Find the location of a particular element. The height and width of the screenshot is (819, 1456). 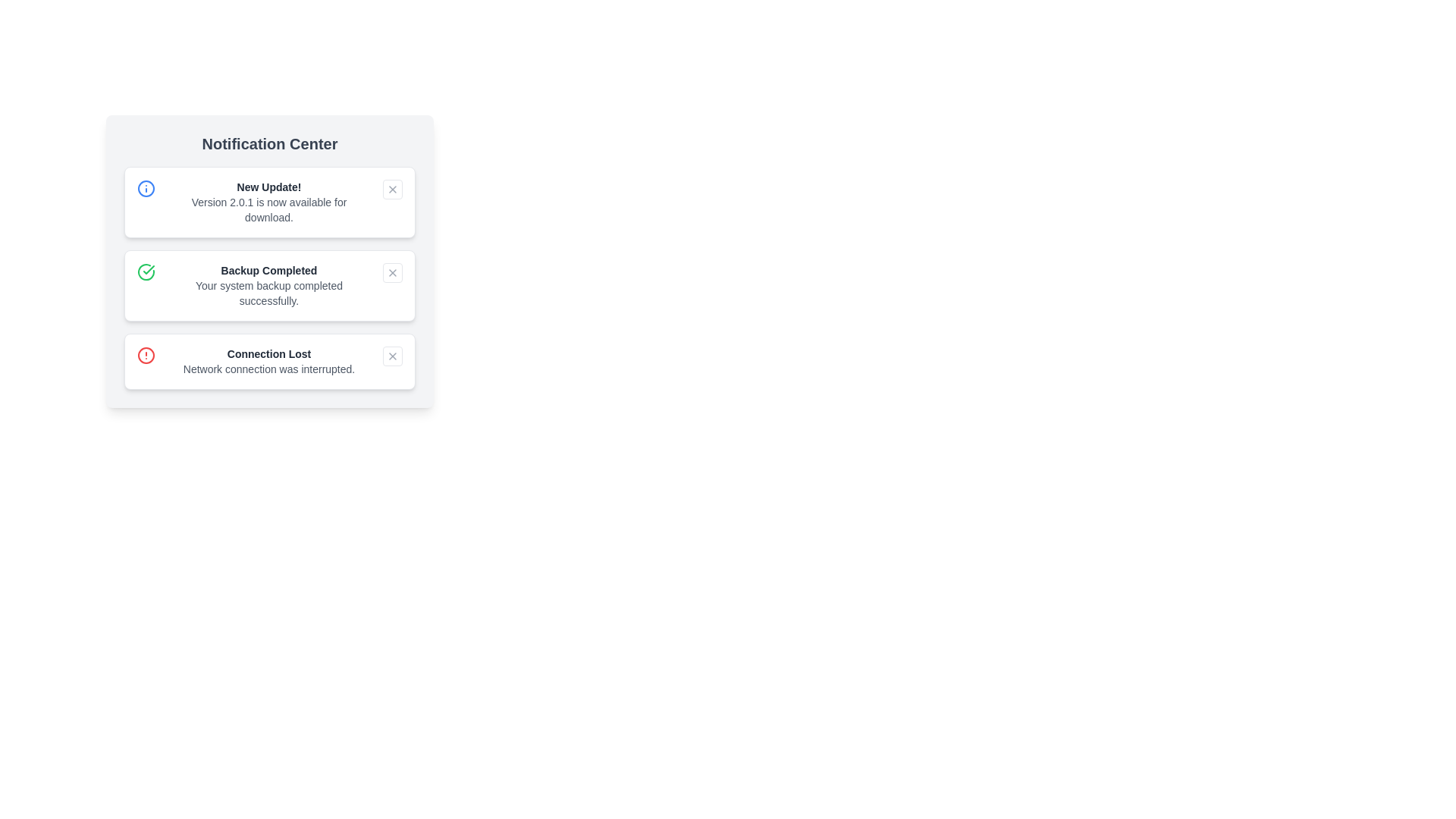

the second notification in the Notification Center that indicates the successful completion of a system backup task is located at coordinates (269, 286).